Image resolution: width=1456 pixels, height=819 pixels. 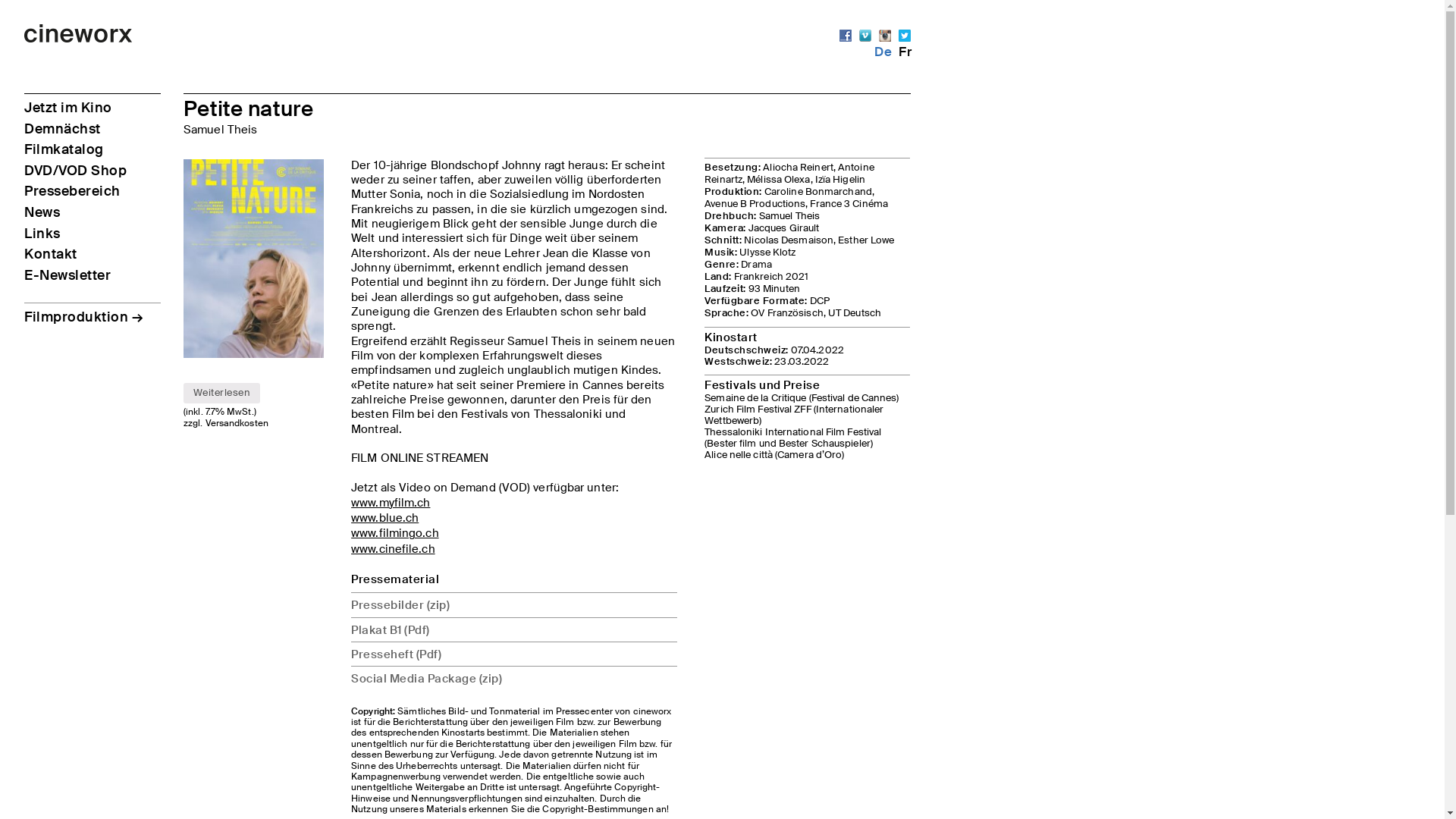 I want to click on 'Pressematerial', so click(x=395, y=579).